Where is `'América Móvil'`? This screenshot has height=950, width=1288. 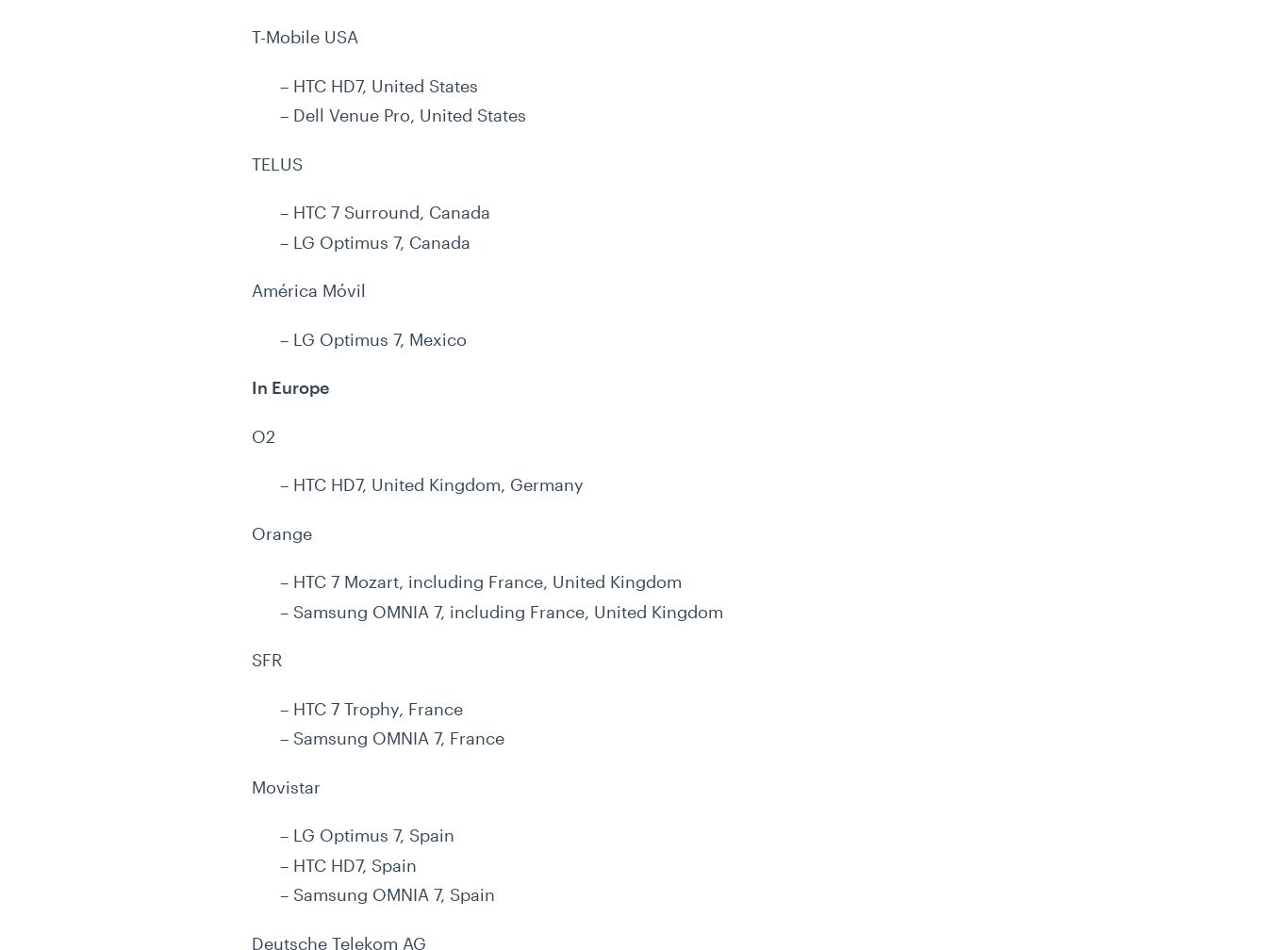 'América Móvil' is located at coordinates (252, 290).